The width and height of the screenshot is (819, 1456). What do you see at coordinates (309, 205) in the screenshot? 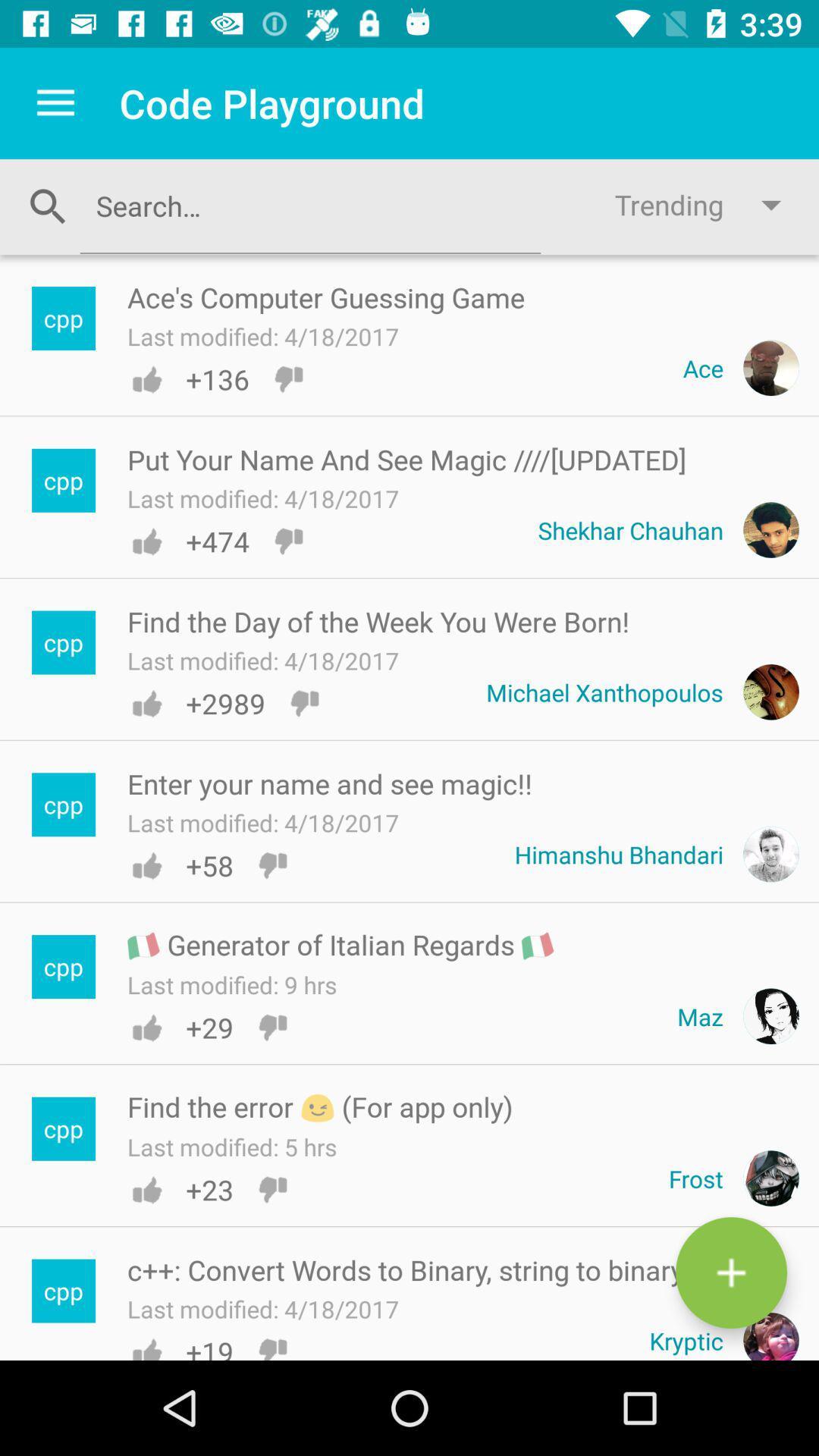
I see `search criteria` at bounding box center [309, 205].